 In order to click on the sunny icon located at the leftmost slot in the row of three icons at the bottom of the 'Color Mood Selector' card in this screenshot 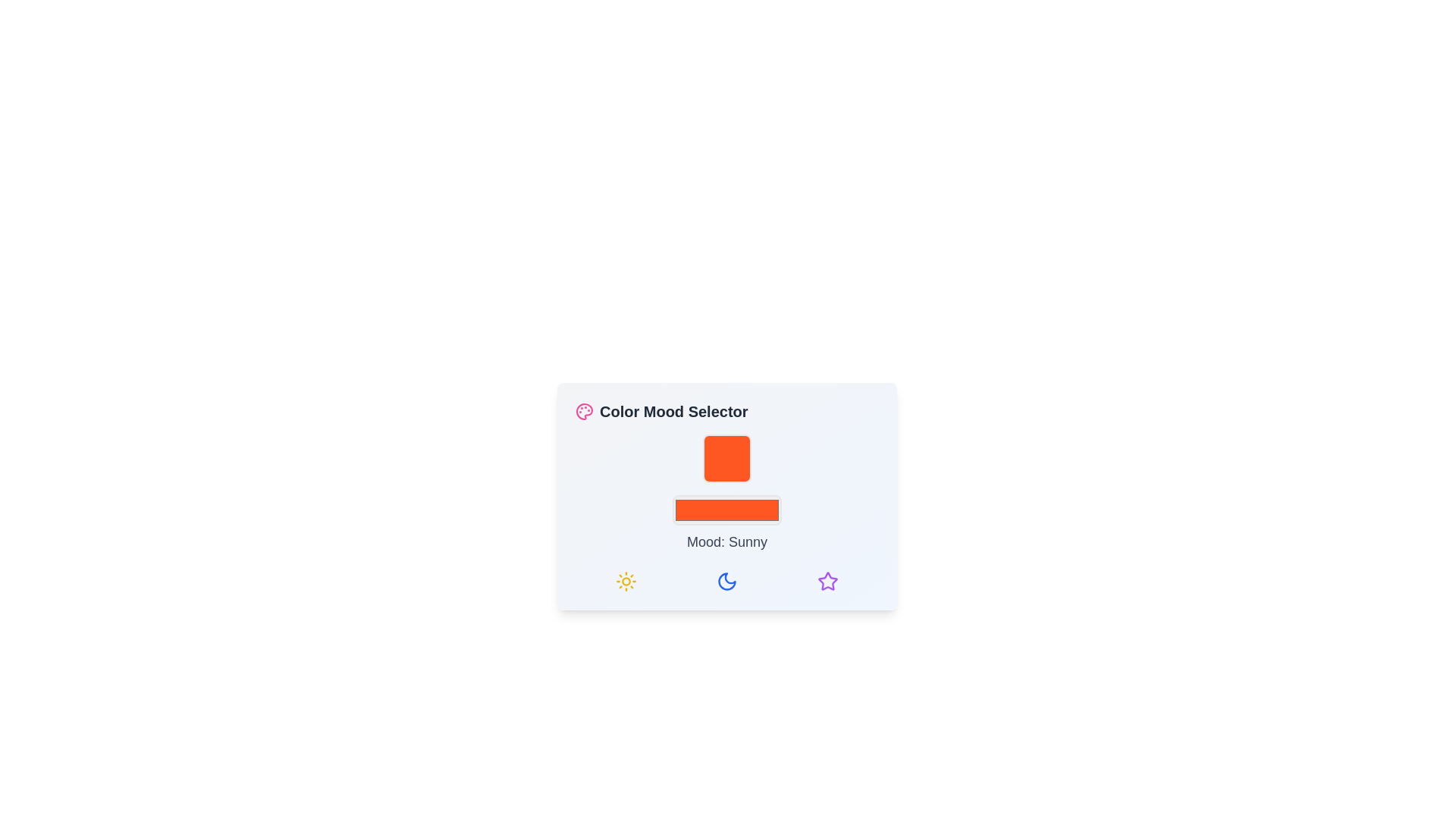, I will do `click(626, 581)`.